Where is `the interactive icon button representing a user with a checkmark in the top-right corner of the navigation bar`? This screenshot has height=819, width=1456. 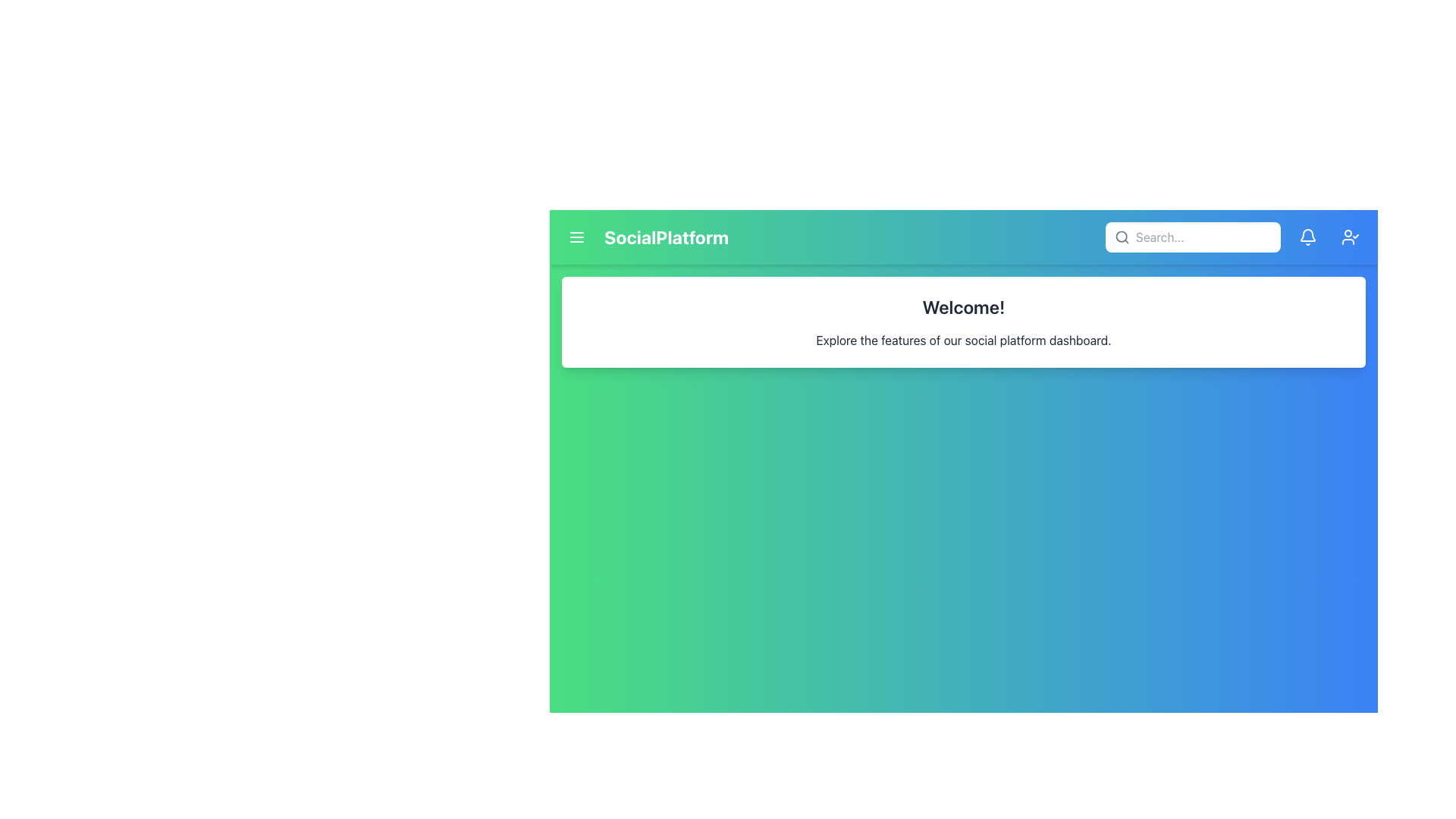 the interactive icon button representing a user with a checkmark in the top-right corner of the navigation bar is located at coordinates (1350, 237).